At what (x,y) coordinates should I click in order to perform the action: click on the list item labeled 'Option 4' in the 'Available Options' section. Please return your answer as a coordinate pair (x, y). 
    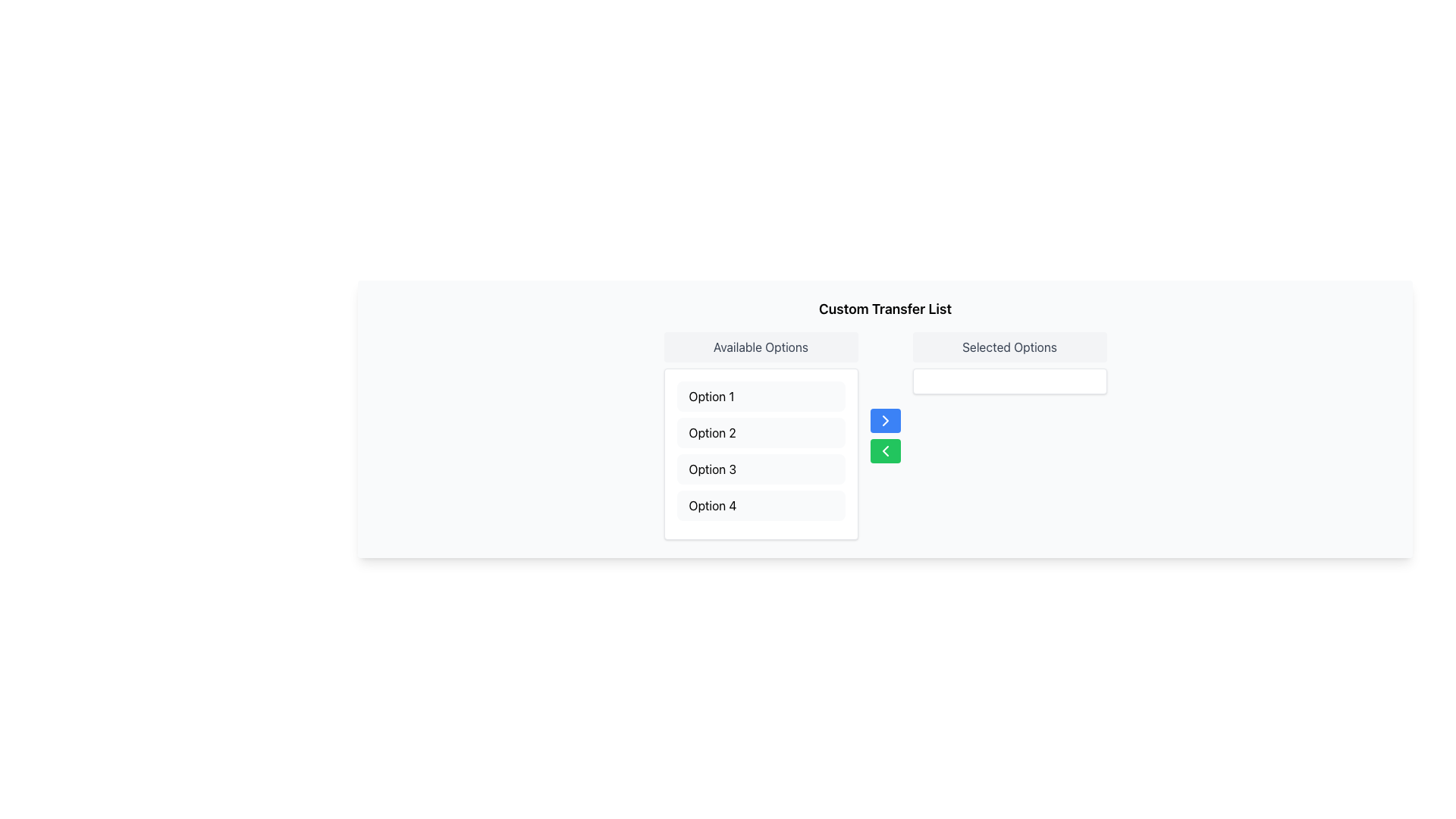
    Looking at the image, I should click on (761, 506).